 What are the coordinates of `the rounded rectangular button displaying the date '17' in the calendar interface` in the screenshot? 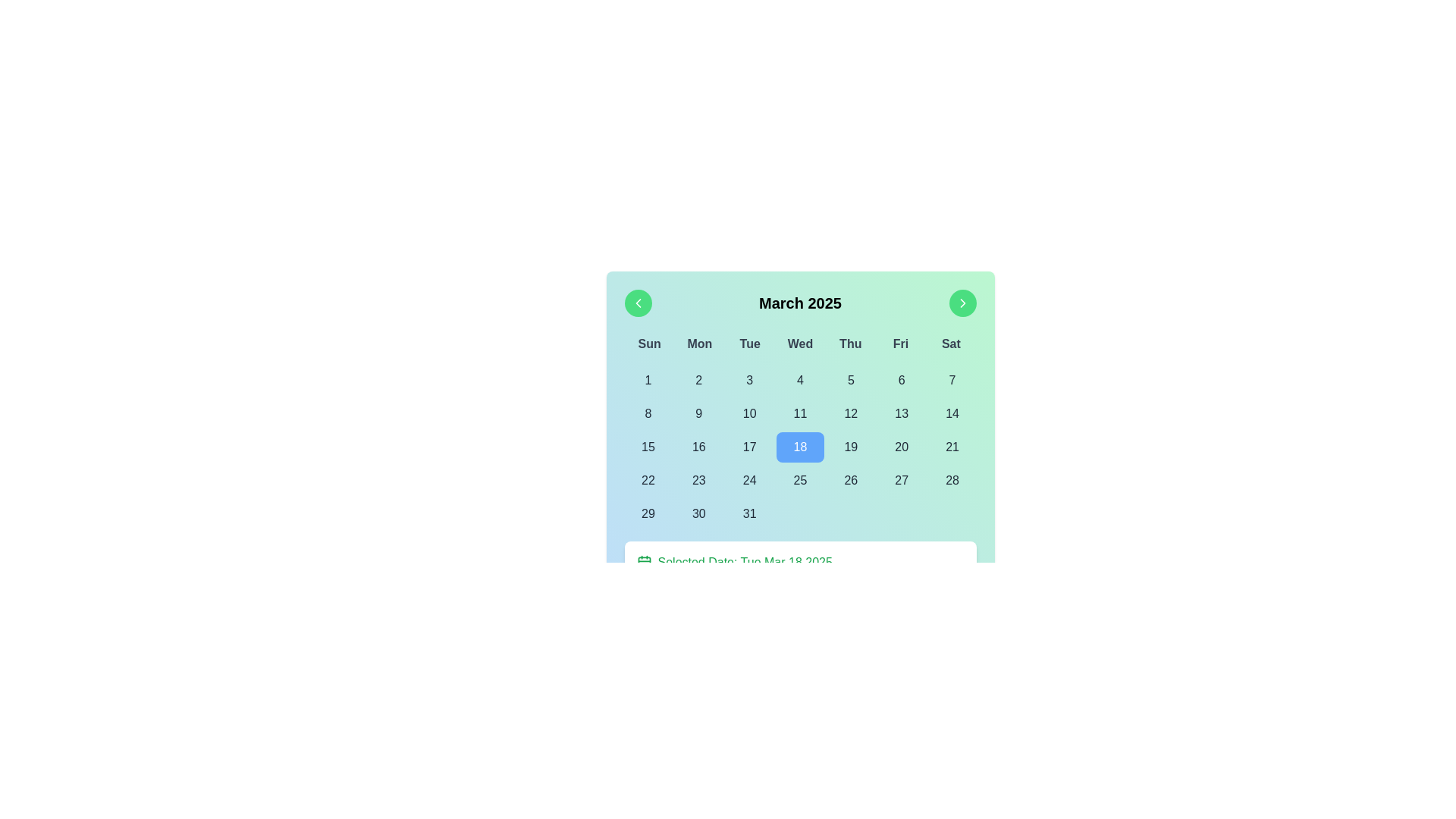 It's located at (749, 447).